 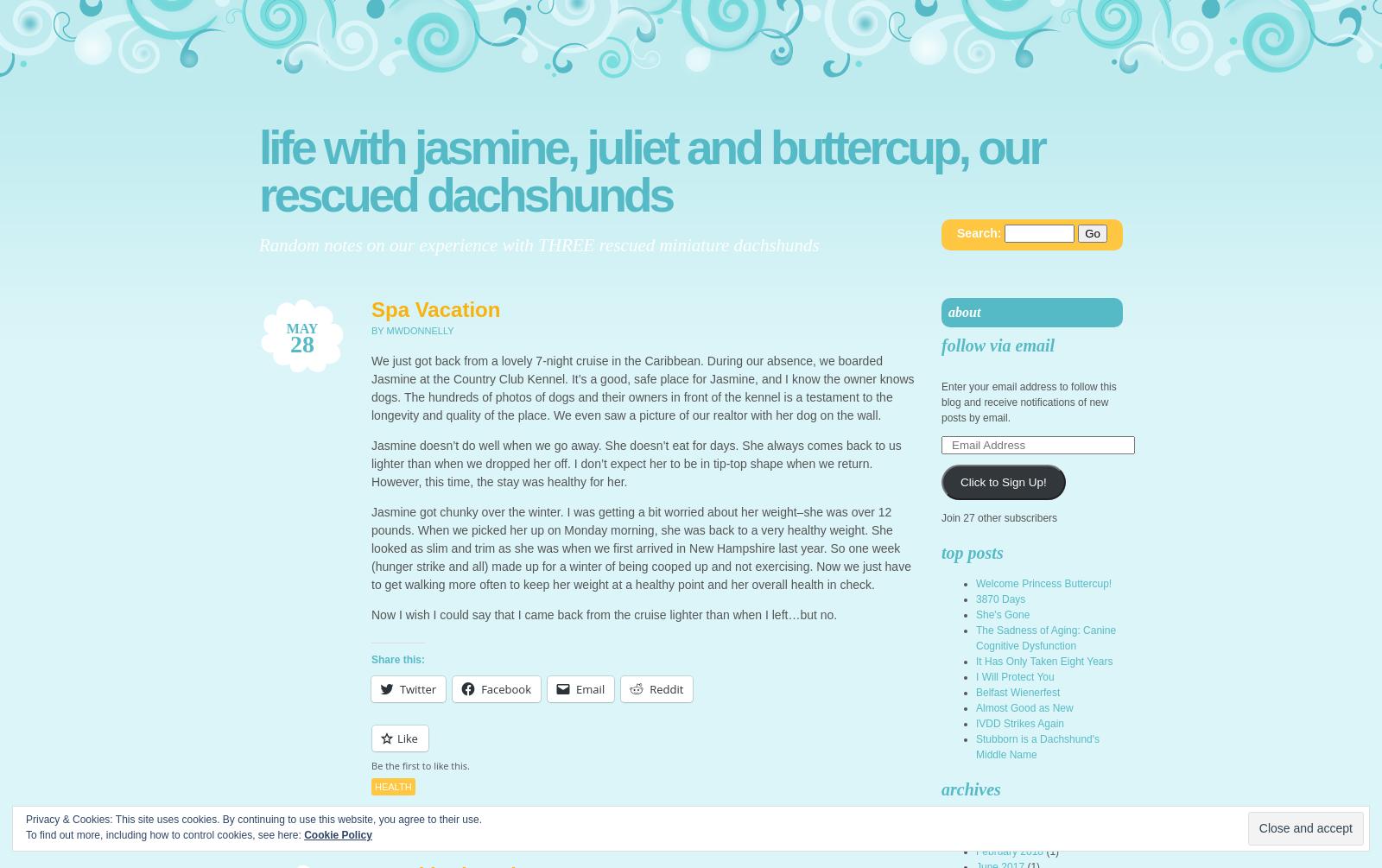 I want to click on 'Almost Good as New', so click(x=1024, y=707).